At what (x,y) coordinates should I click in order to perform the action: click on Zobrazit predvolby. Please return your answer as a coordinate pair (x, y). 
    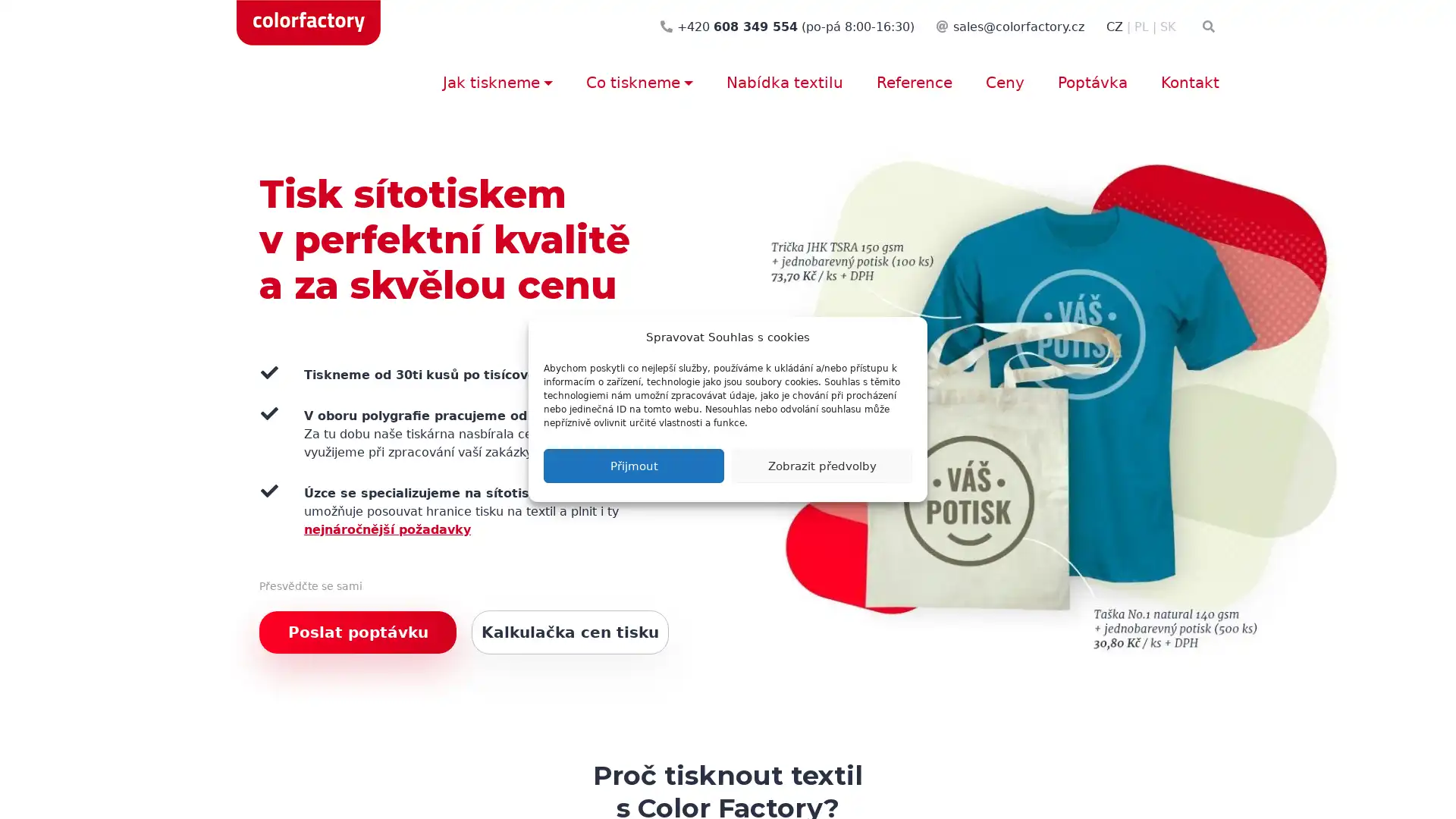
    Looking at the image, I should click on (821, 465).